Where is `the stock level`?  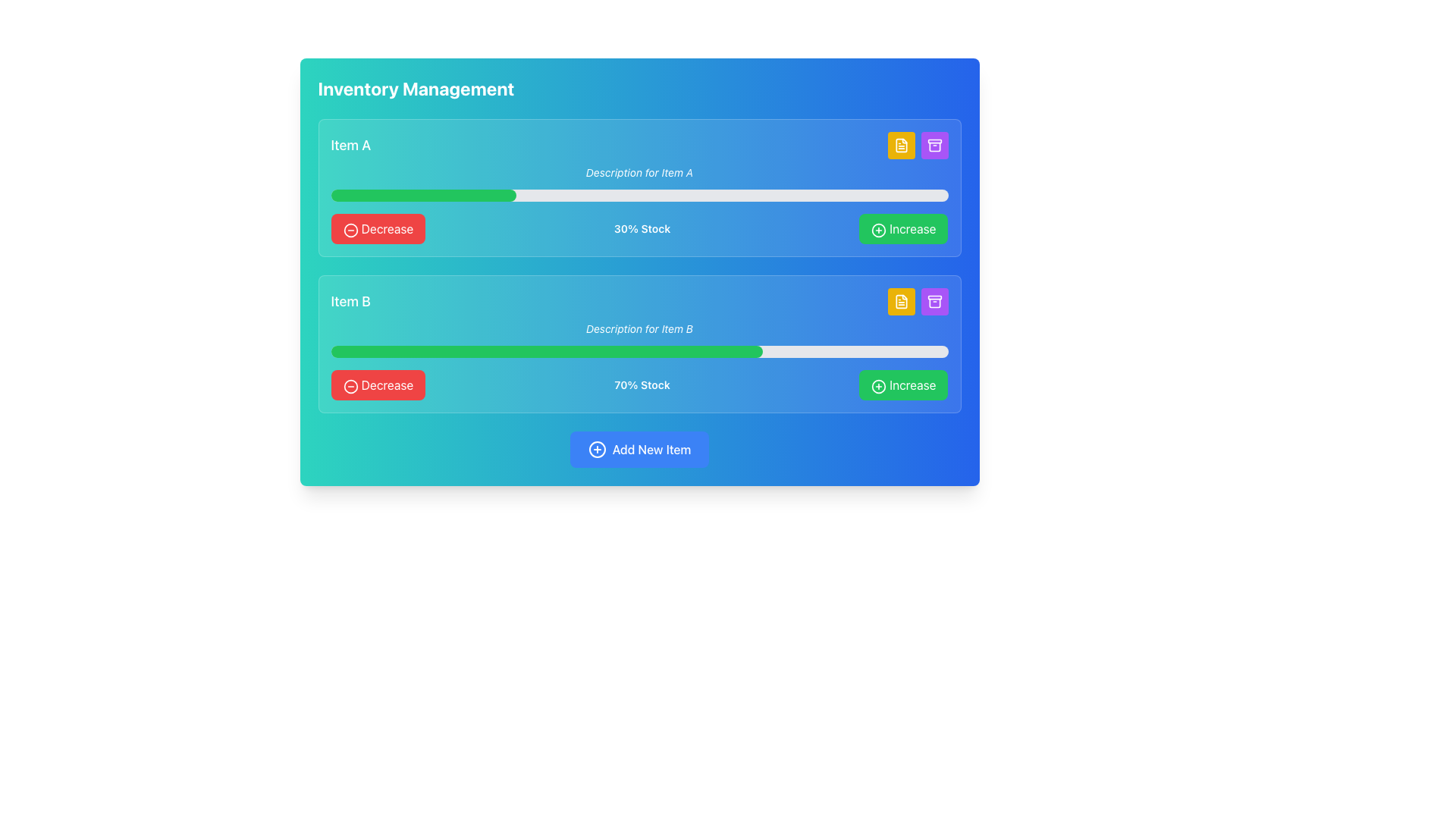 the stock level is located at coordinates (399, 195).